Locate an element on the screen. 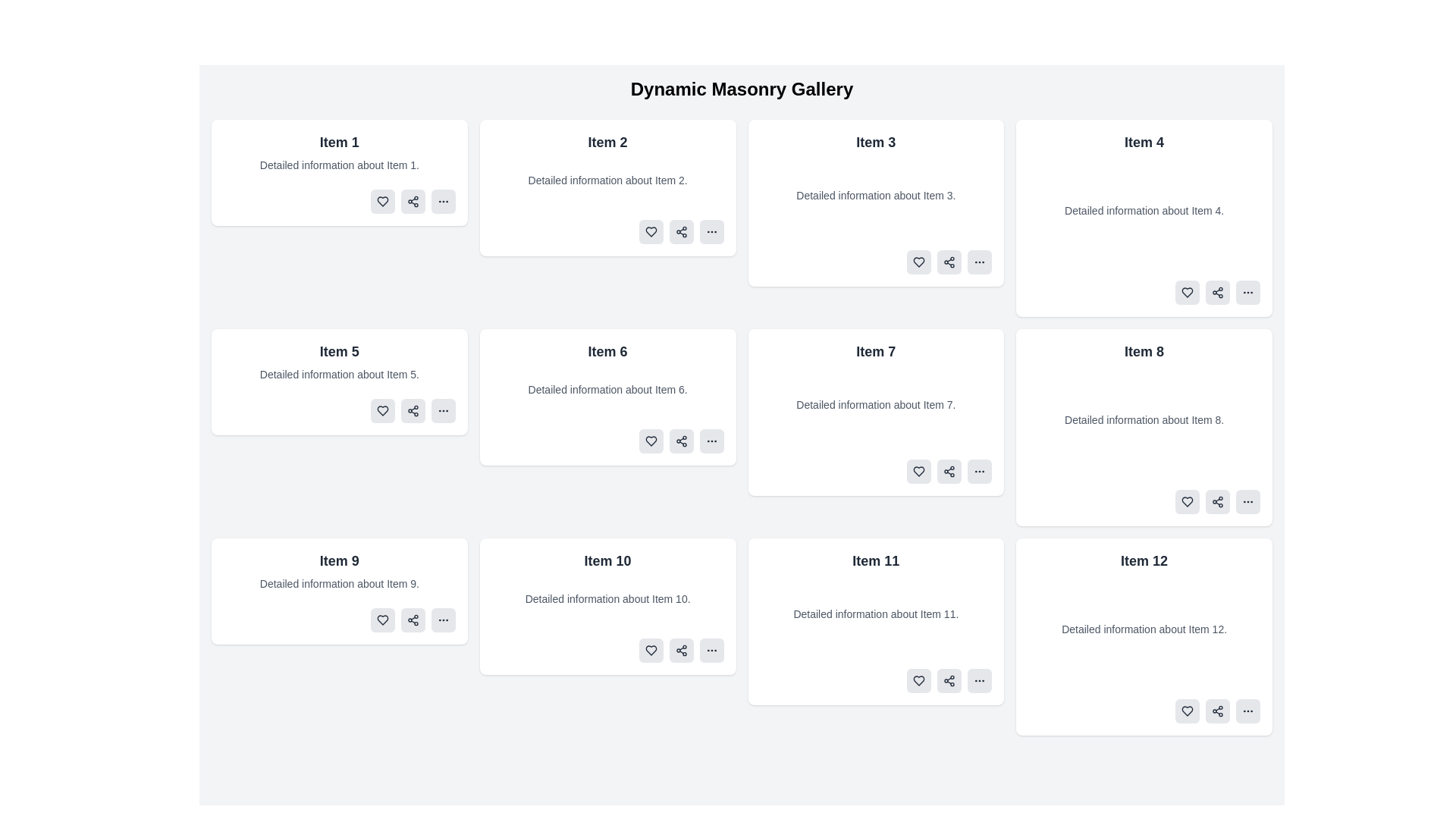 This screenshot has height=819, width=1456. the share button located within the 'Item 5' card, which has a light gray background and an icon resembling a share symbol is located at coordinates (413, 411).